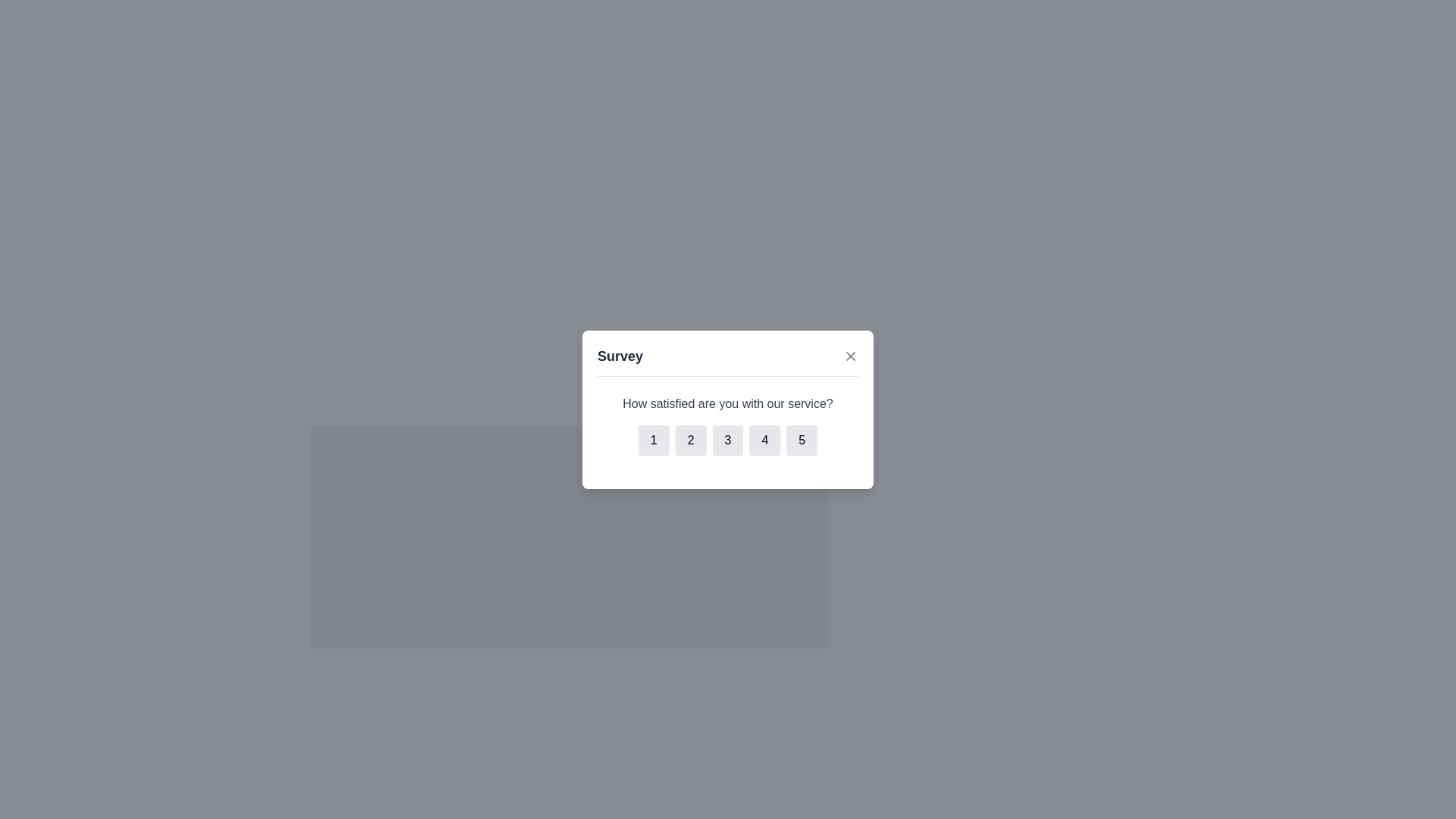 The image size is (1456, 819). I want to click on the interactive rating interface buttons located centrally in the modal below the title 'Survey', so click(728, 424).